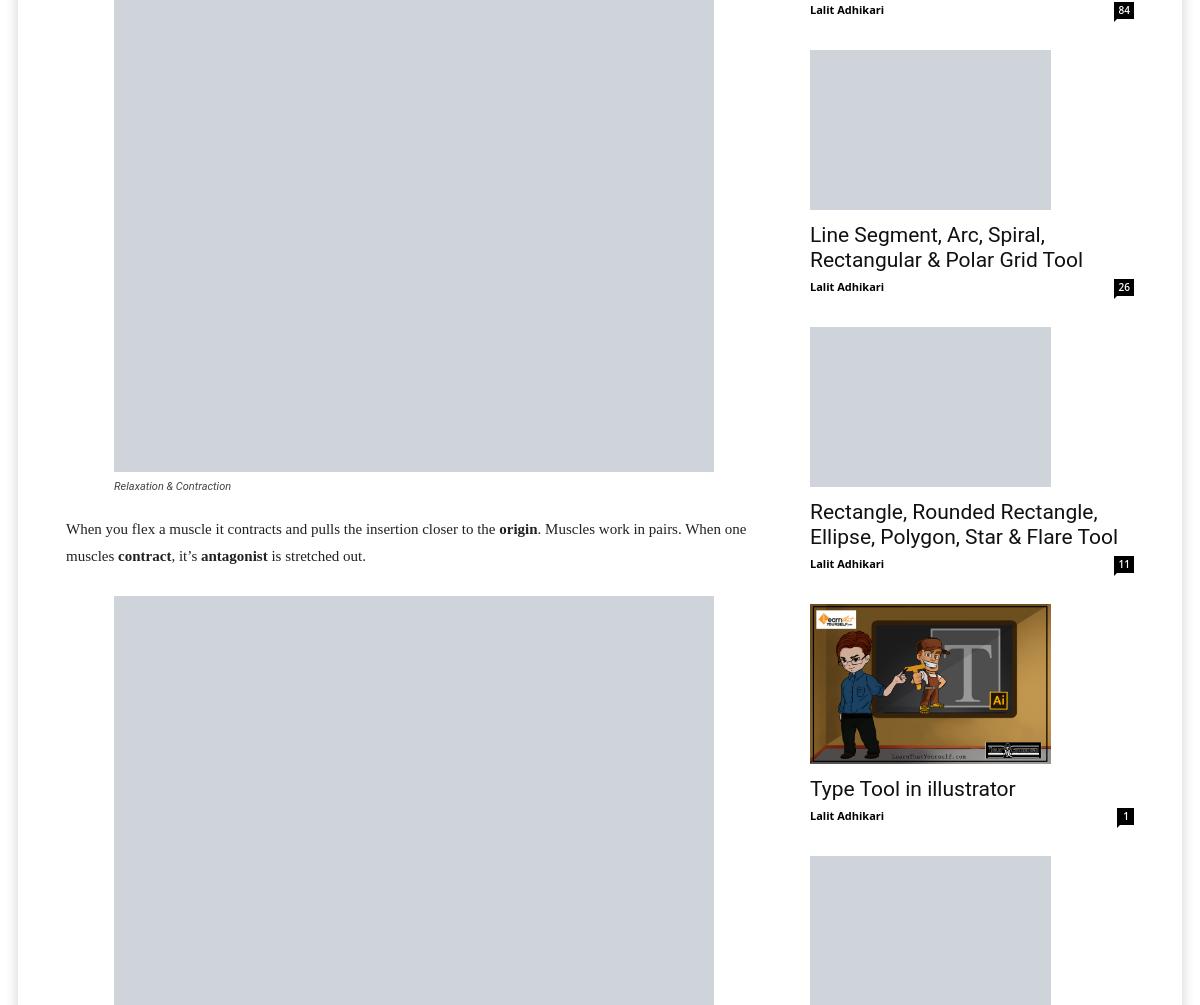 The width and height of the screenshot is (1200, 1005). What do you see at coordinates (1123, 285) in the screenshot?
I see `'26'` at bounding box center [1123, 285].